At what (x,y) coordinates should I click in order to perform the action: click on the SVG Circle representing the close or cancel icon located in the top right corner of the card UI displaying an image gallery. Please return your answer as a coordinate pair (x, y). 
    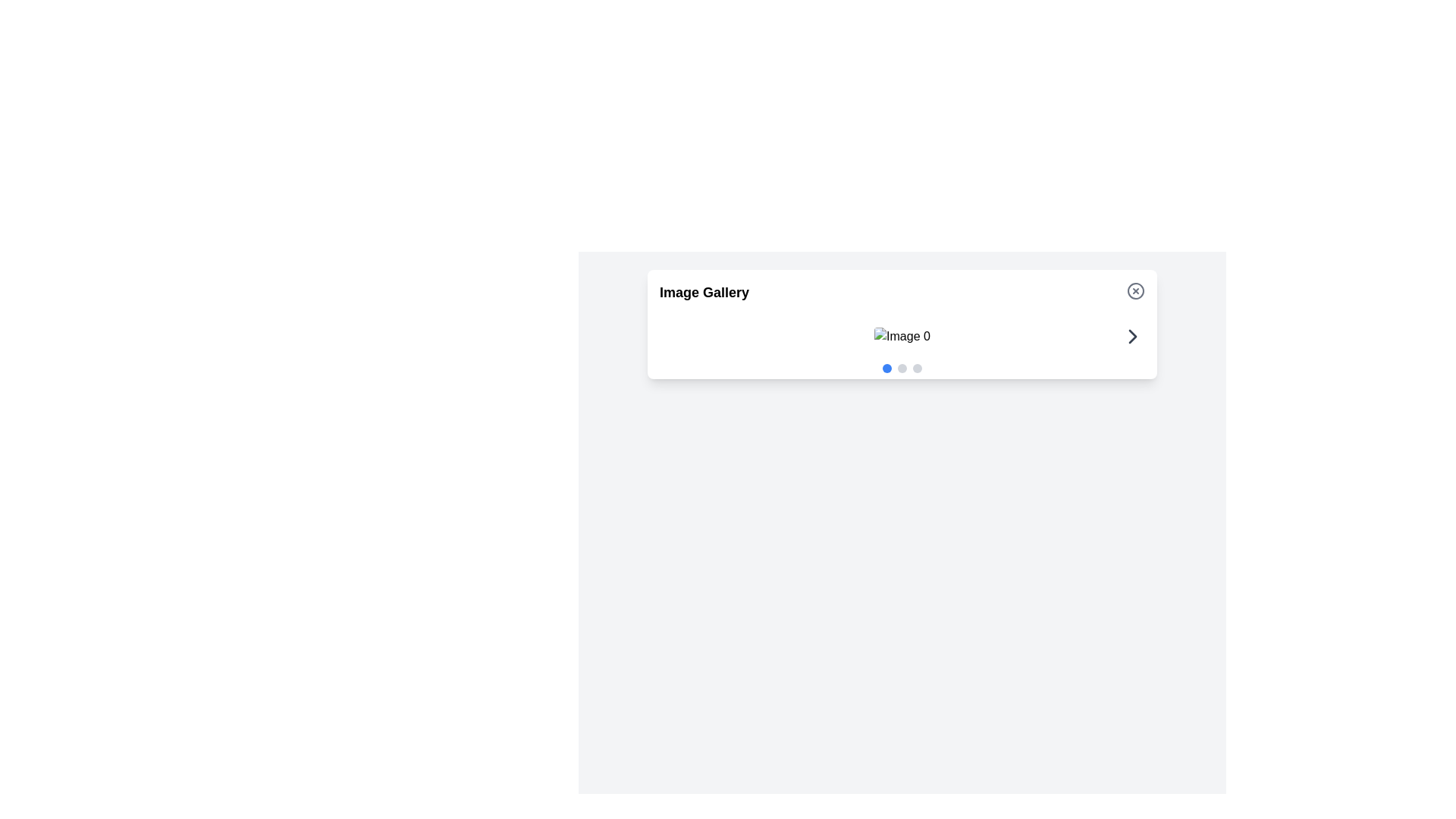
    Looking at the image, I should click on (1135, 291).